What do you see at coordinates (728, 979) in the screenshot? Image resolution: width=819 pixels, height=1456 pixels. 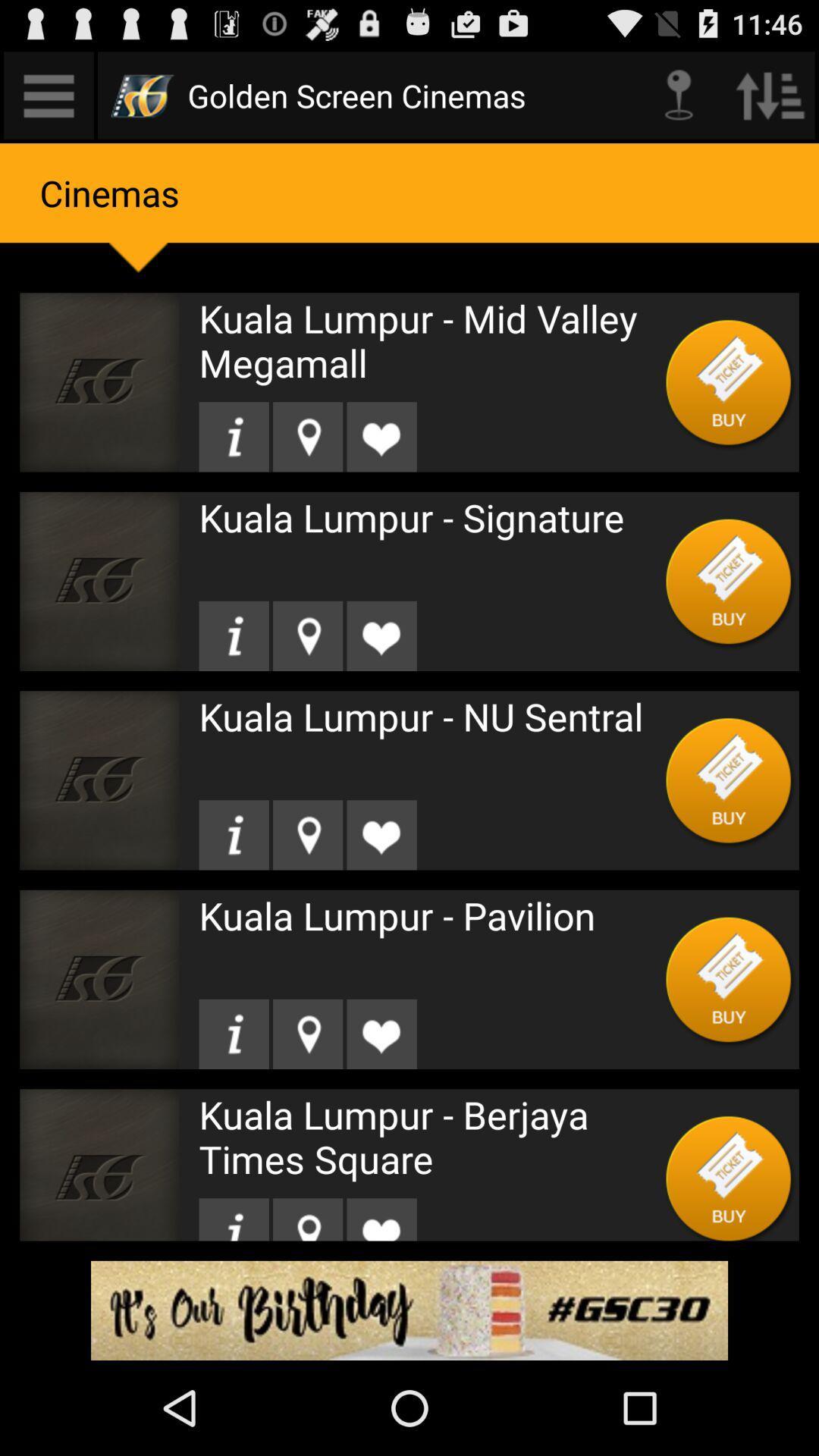 I see `buy ticket` at bounding box center [728, 979].